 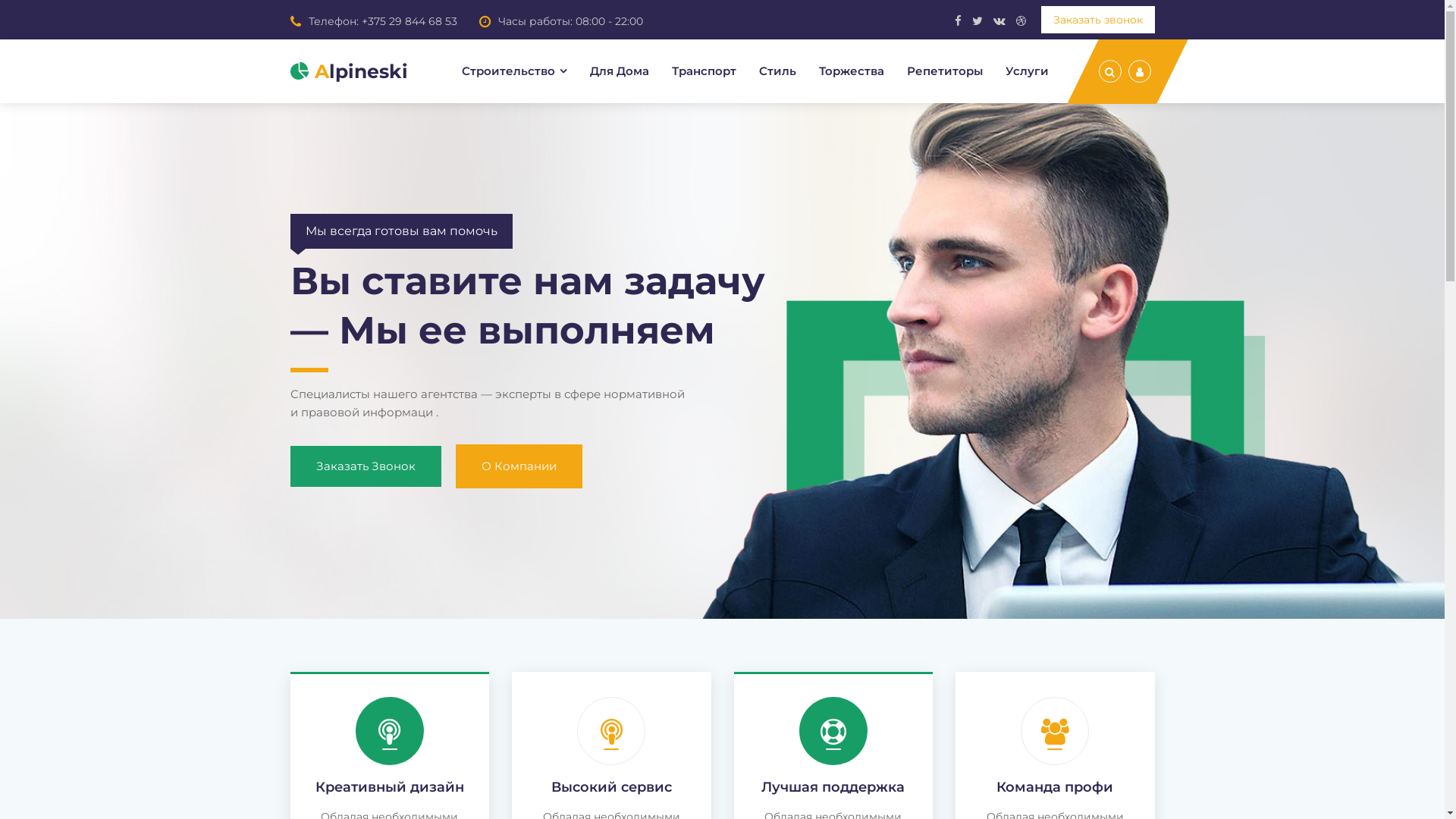 What do you see at coordinates (347, 71) in the screenshot?
I see `'Alpineski'` at bounding box center [347, 71].